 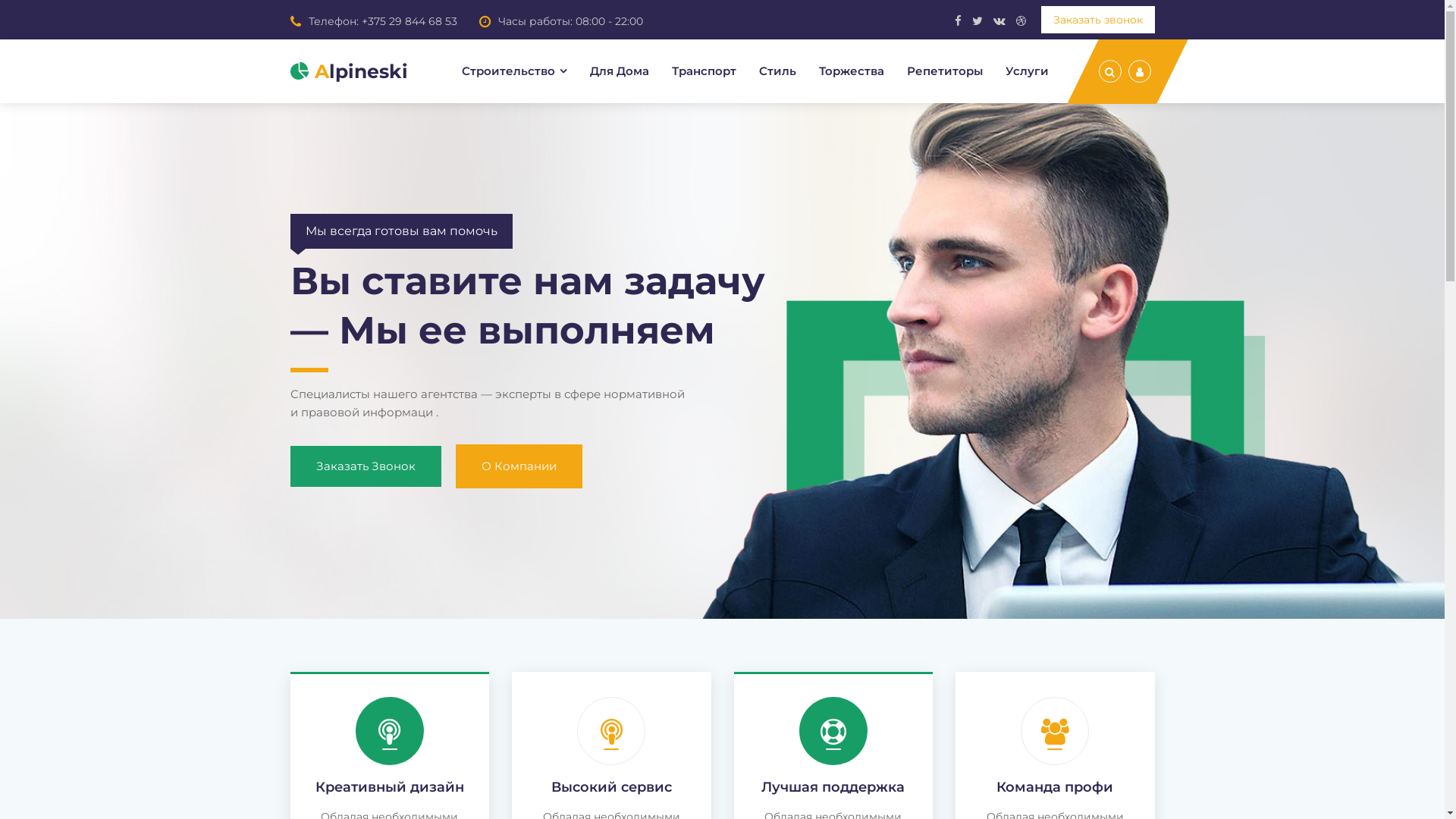 What do you see at coordinates (347, 71) in the screenshot?
I see `'Alpineski'` at bounding box center [347, 71].